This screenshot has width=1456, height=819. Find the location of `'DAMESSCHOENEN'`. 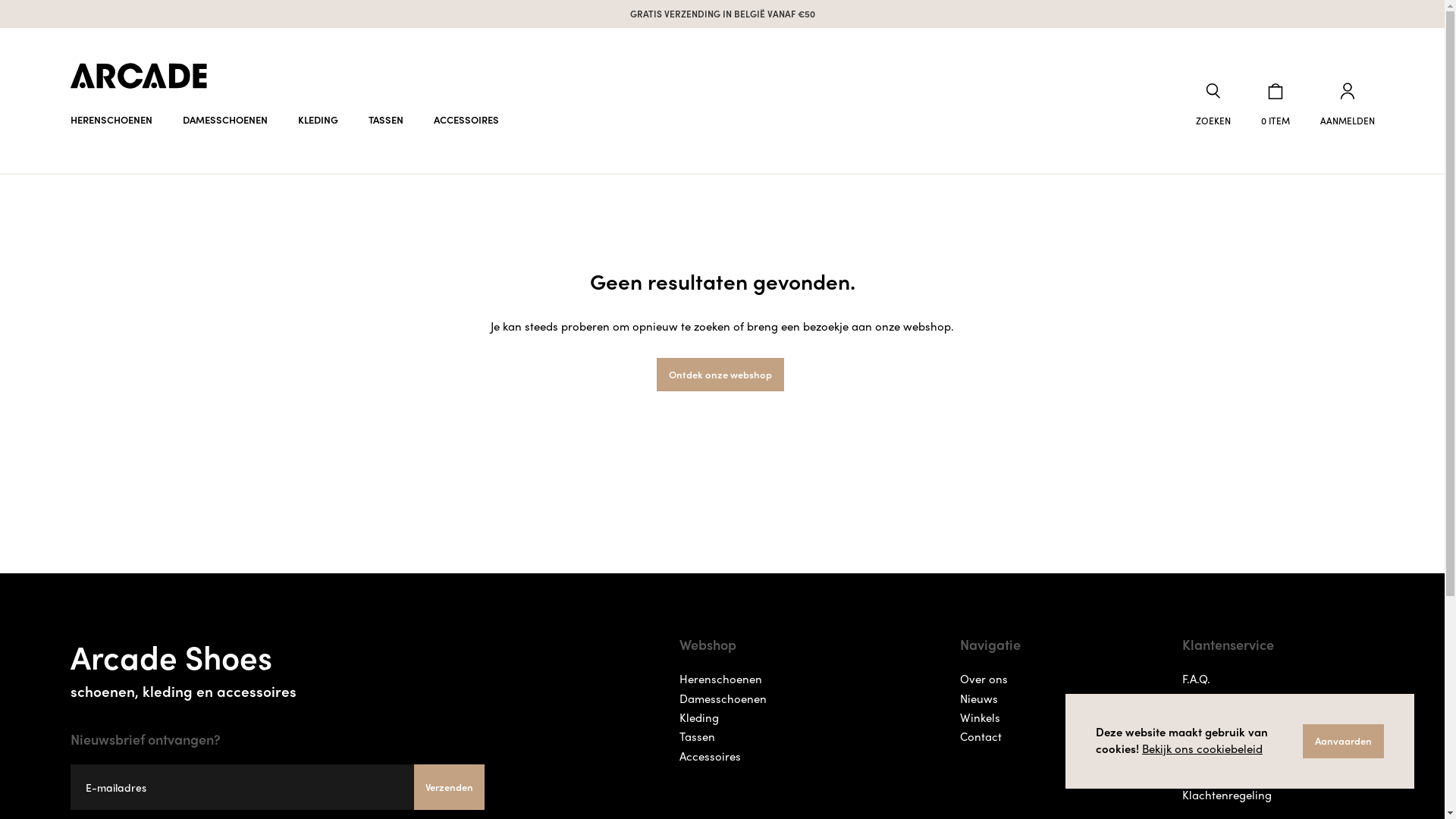

'DAMESSCHOENEN' is located at coordinates (224, 118).